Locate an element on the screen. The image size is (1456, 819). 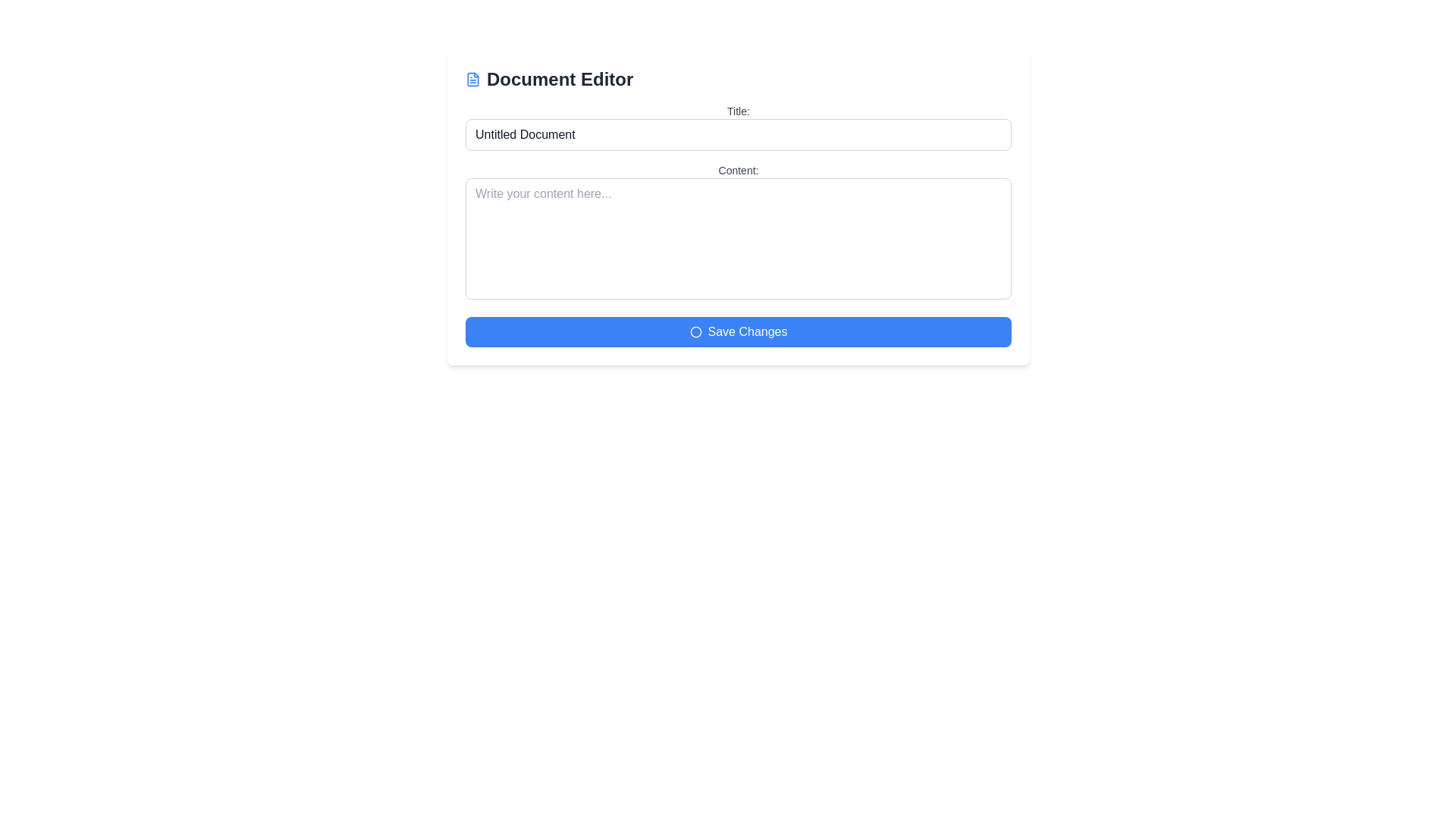
the Text Label that indicates the user should enter the content of the document in the text area, which is centrally aligned above the multi-line text input field is located at coordinates (739, 170).